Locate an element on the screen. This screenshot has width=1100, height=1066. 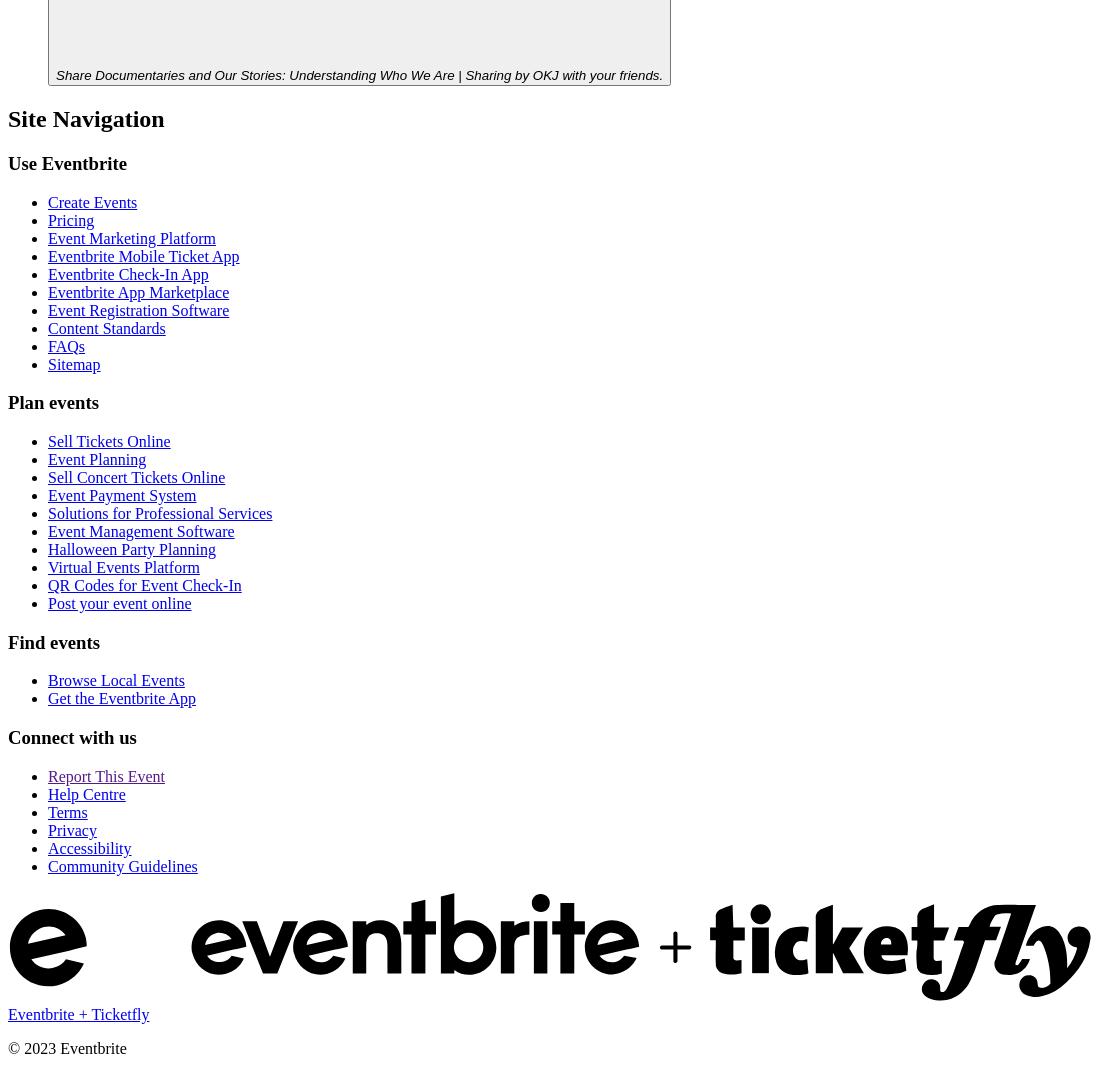
'Create Events' is located at coordinates (92, 200).